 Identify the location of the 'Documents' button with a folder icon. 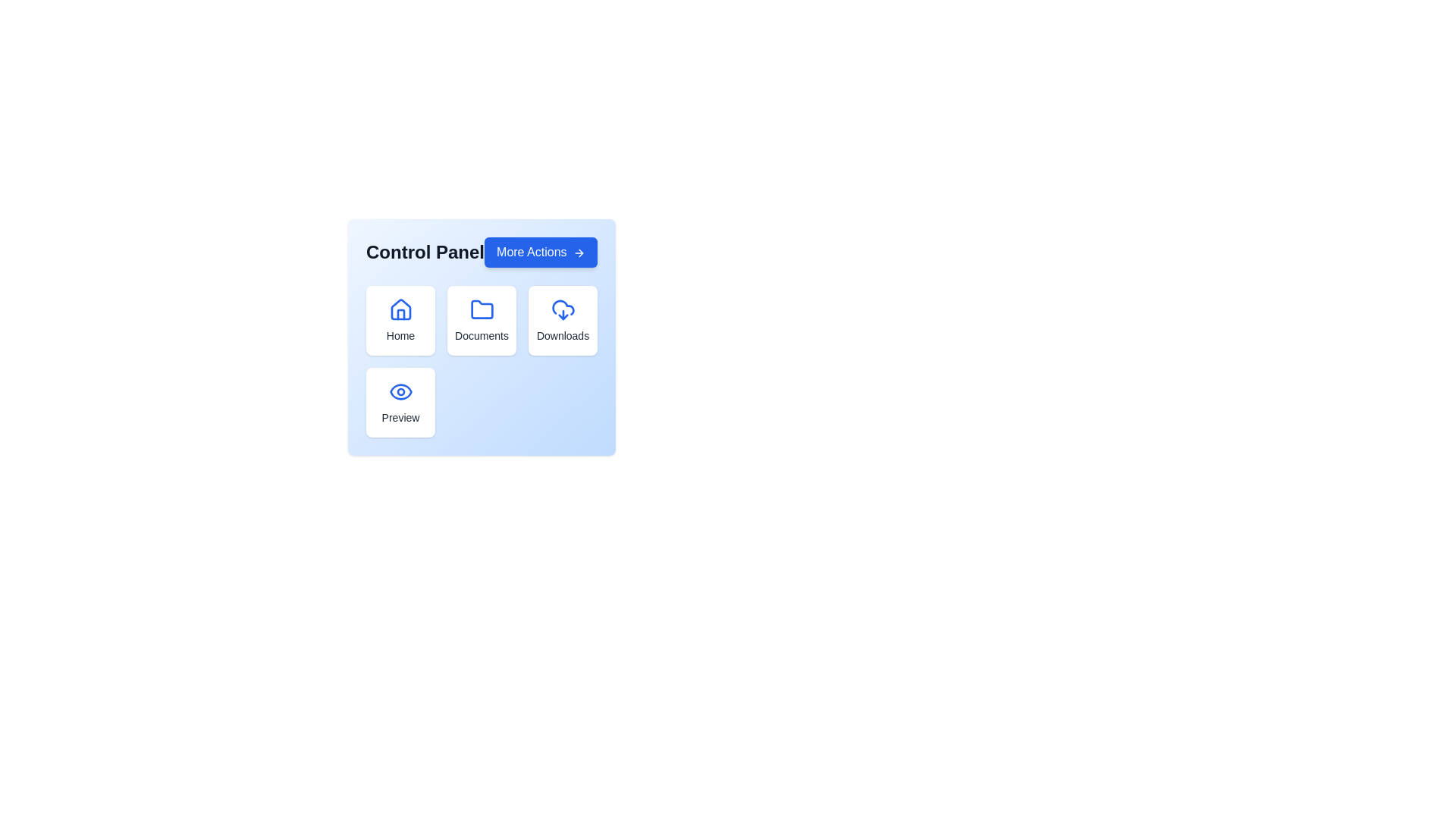
(481, 320).